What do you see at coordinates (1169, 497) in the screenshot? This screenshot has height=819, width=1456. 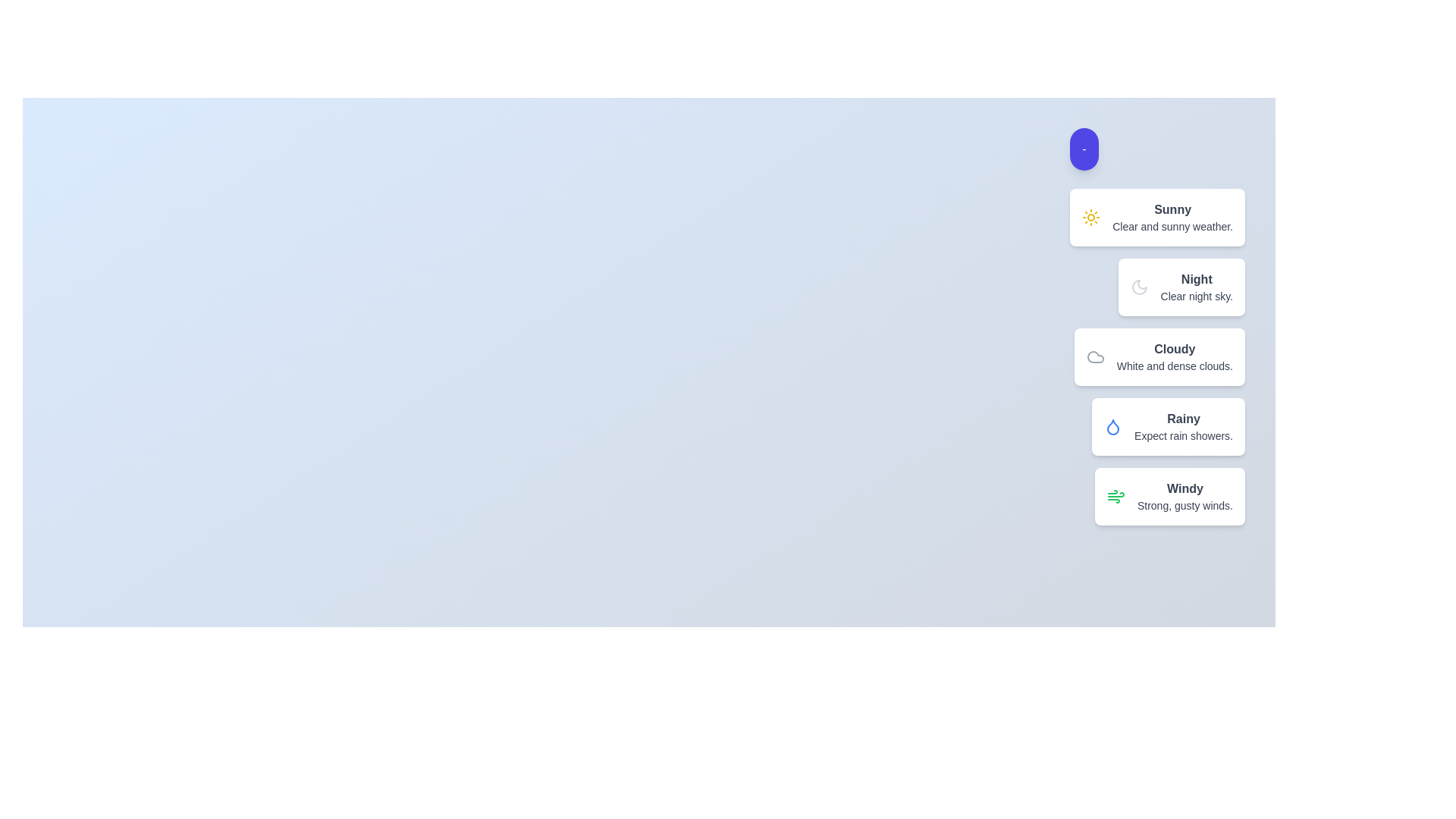 I see `the weather condition item corresponding to Windy` at bounding box center [1169, 497].